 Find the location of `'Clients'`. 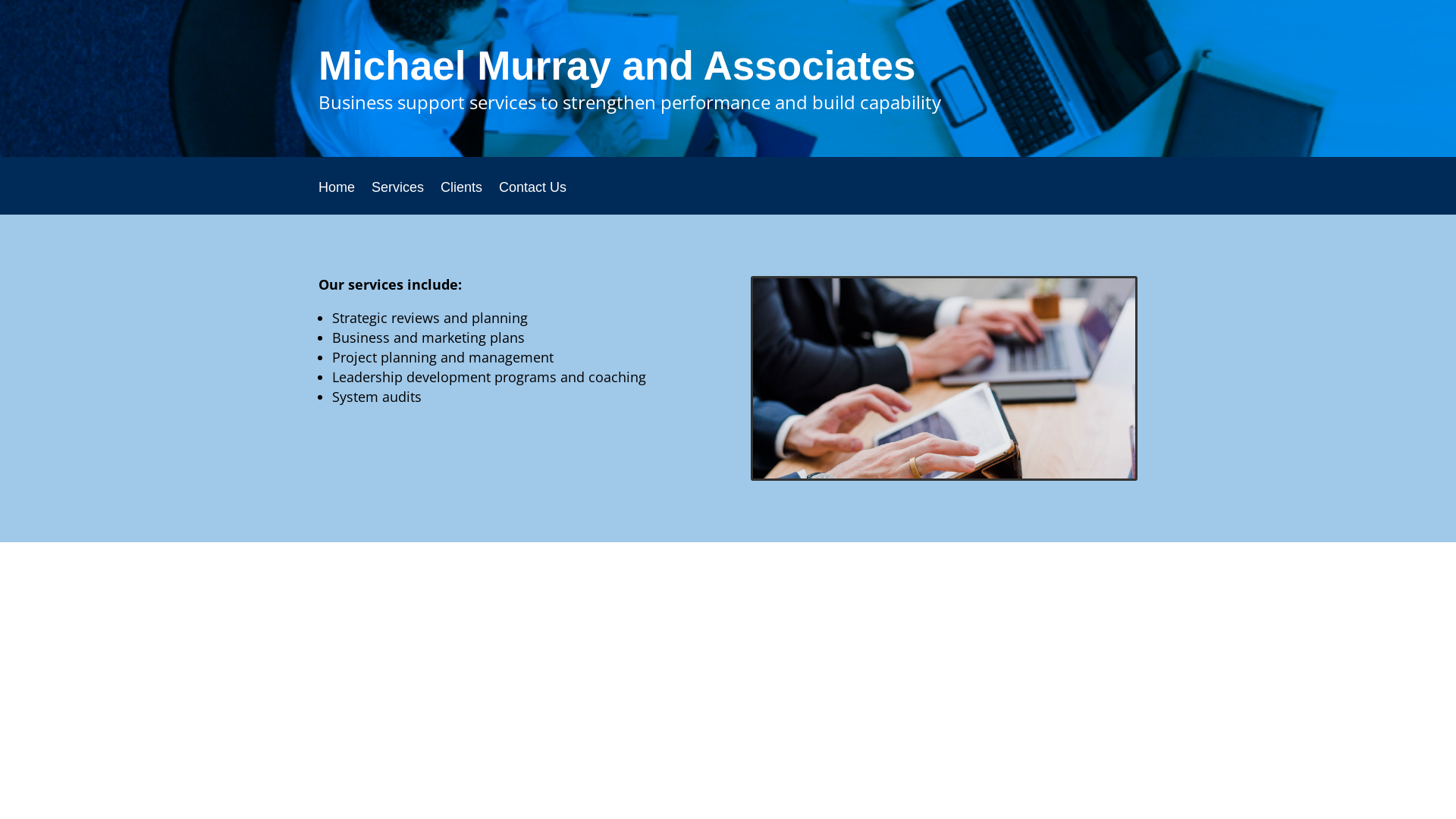

'Clients' is located at coordinates (460, 197).